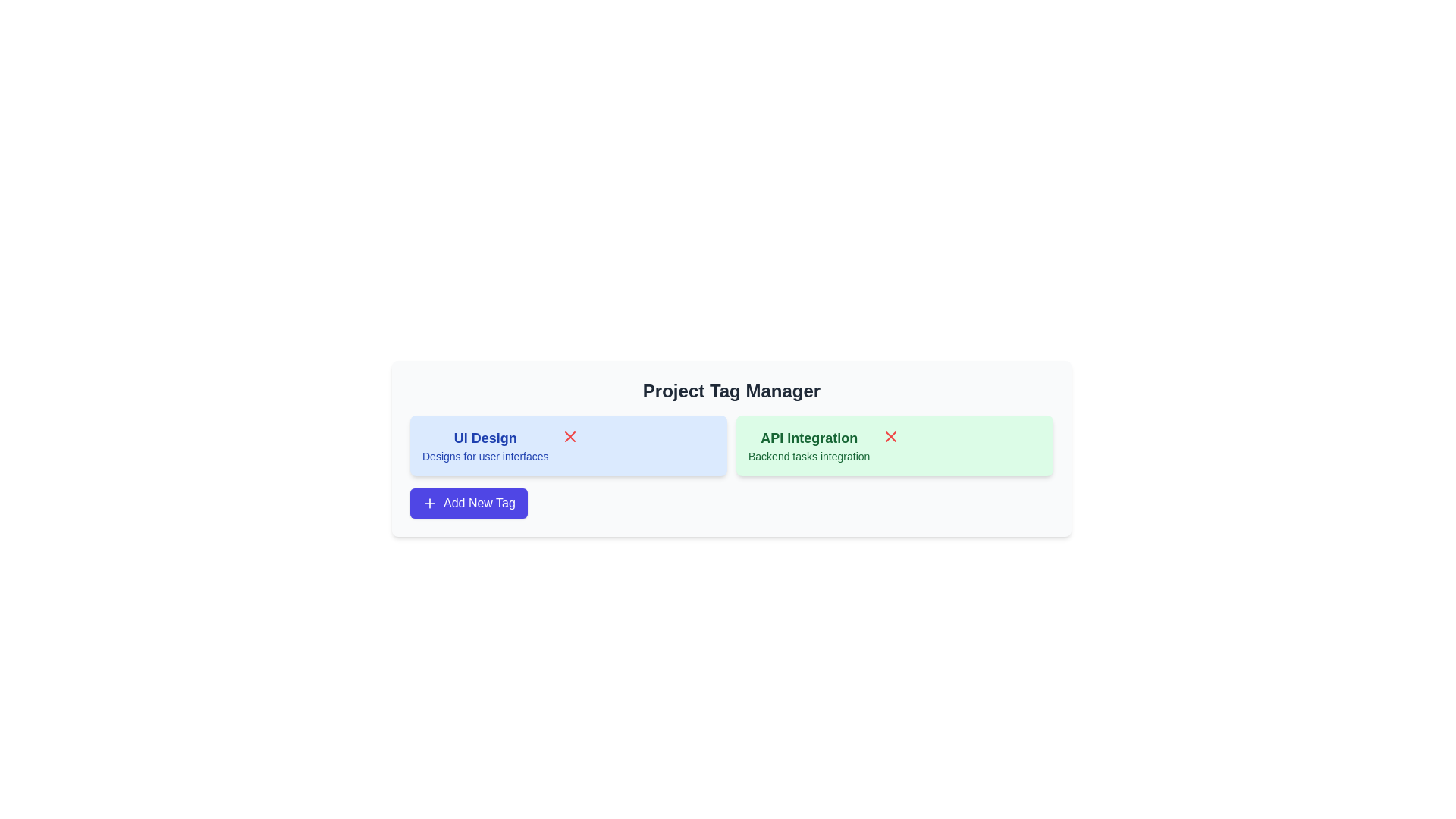 The image size is (1456, 819). What do you see at coordinates (891, 436) in the screenshot?
I see `the close button icon located centrally within the green card` at bounding box center [891, 436].